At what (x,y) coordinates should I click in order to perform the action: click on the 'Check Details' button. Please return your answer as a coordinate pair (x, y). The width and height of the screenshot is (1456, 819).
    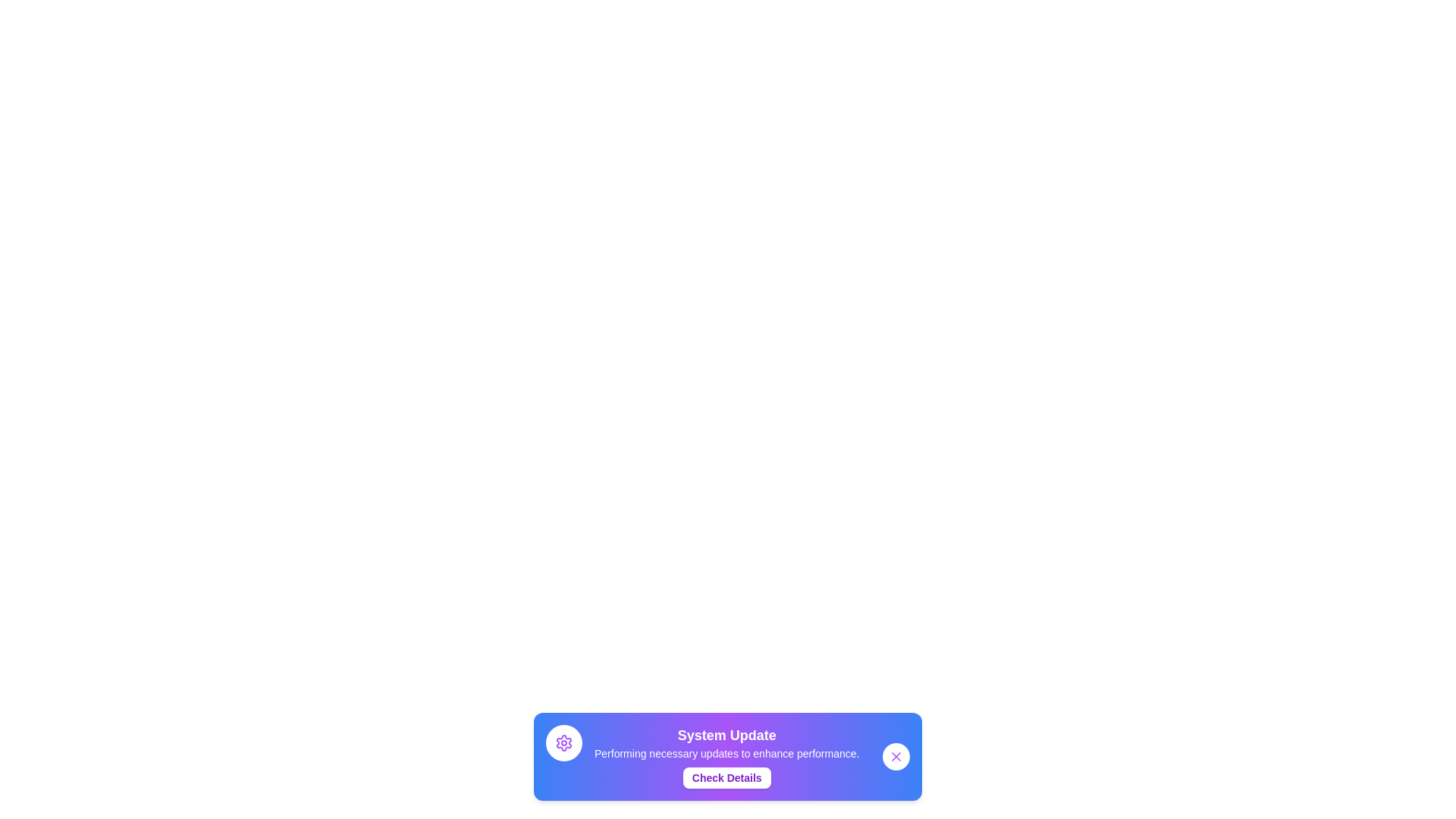
    Looking at the image, I should click on (726, 778).